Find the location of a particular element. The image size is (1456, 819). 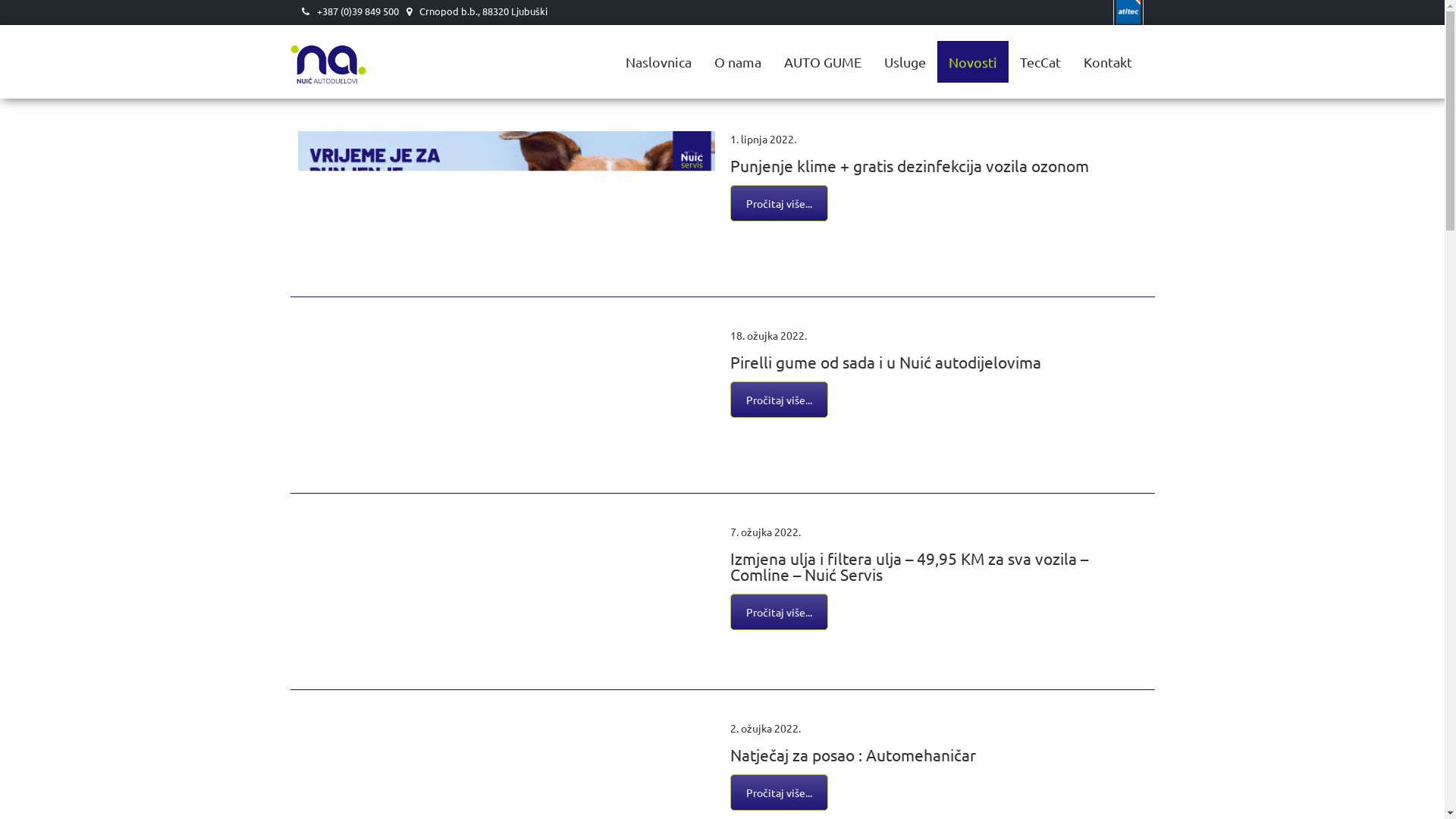

'TecCat' is located at coordinates (1040, 61).